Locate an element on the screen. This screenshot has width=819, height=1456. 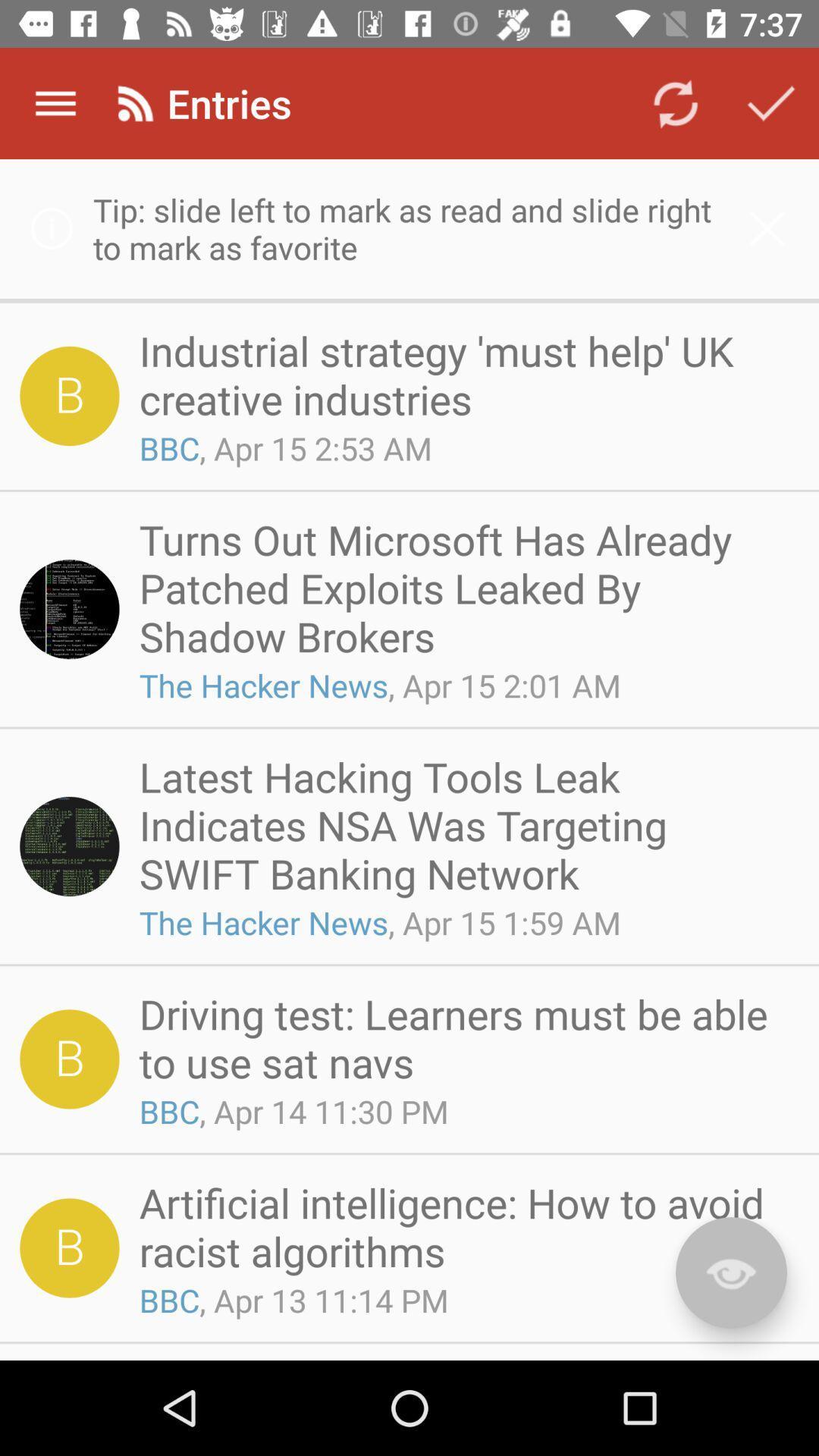
the icon below the bbc apr 14 item is located at coordinates (463, 1226).